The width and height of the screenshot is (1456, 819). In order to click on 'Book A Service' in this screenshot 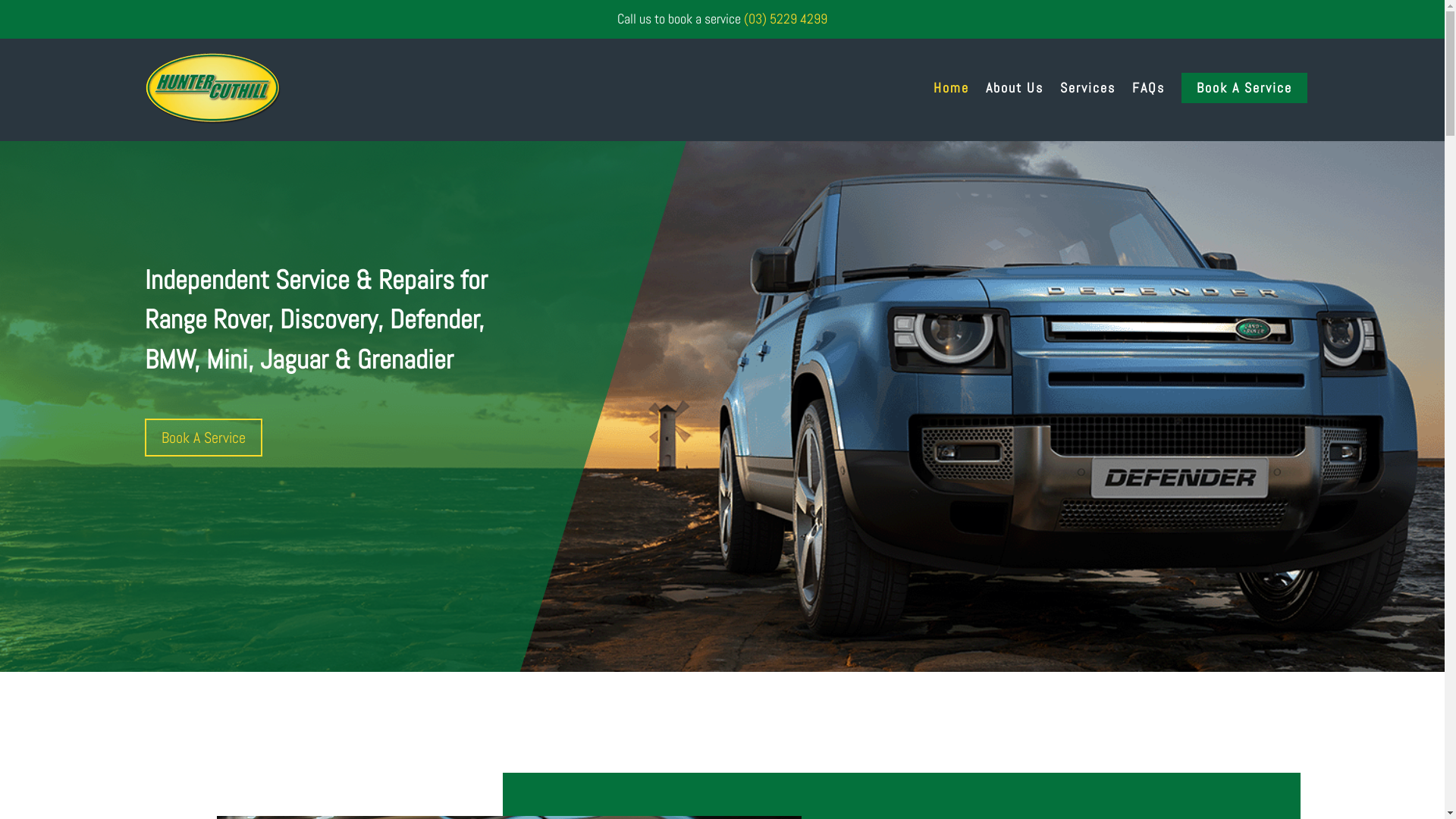, I will do `click(202, 438)`.